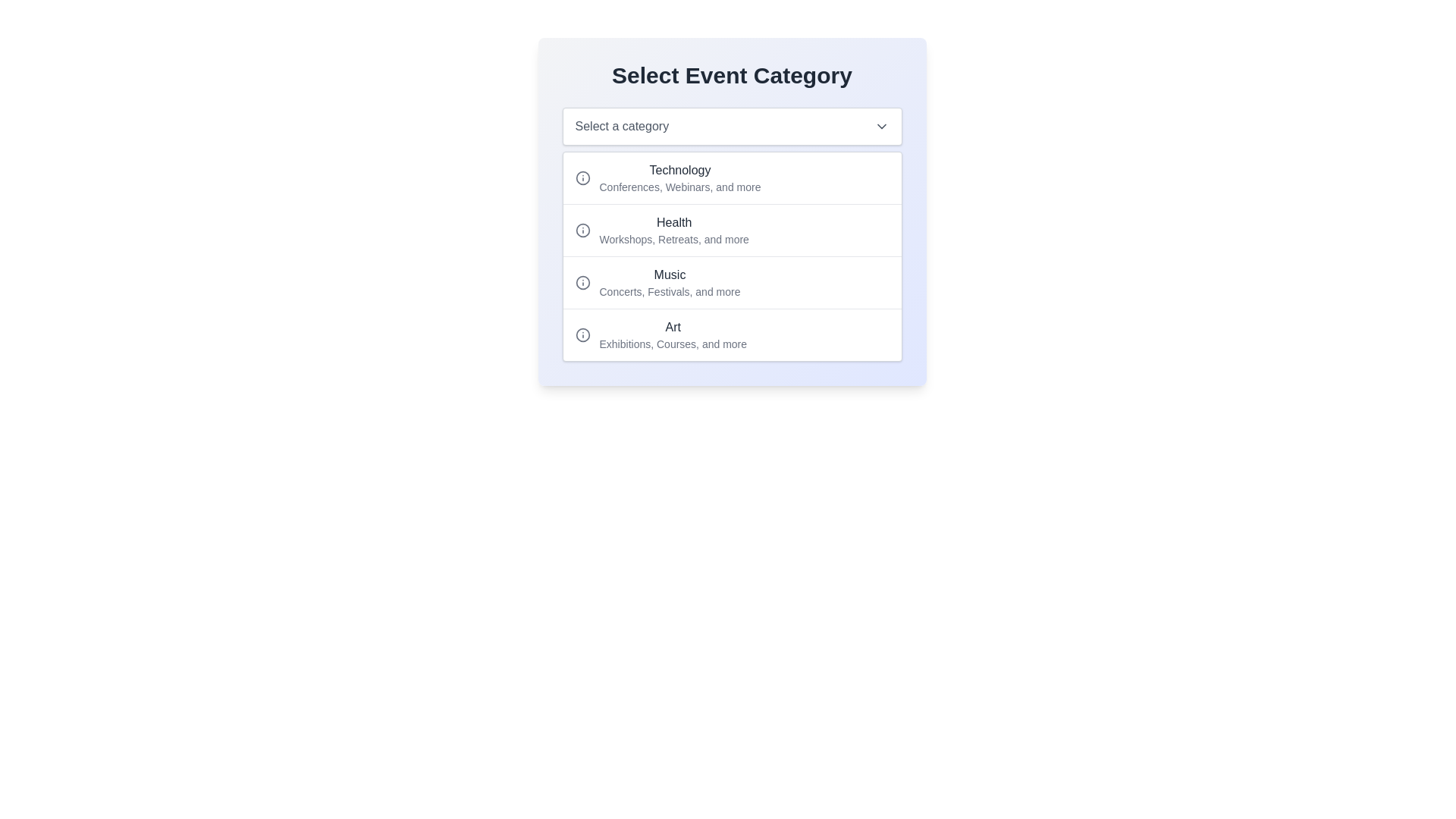  What do you see at coordinates (673, 222) in the screenshot?
I see `the 'Health' text label, which is displayed in a medium-weight dark gray font and is centered within the second event category section under 'Select Event Category.'` at bounding box center [673, 222].